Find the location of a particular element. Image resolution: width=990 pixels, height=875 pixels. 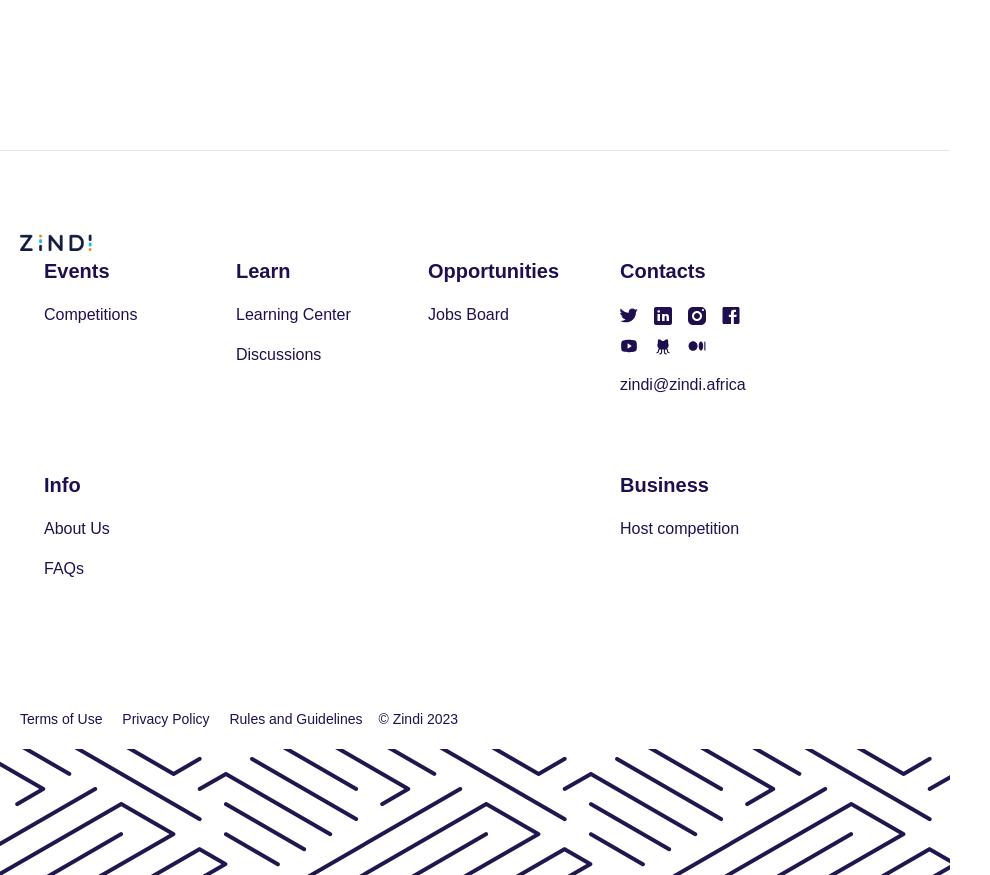

'Business' is located at coordinates (663, 485).